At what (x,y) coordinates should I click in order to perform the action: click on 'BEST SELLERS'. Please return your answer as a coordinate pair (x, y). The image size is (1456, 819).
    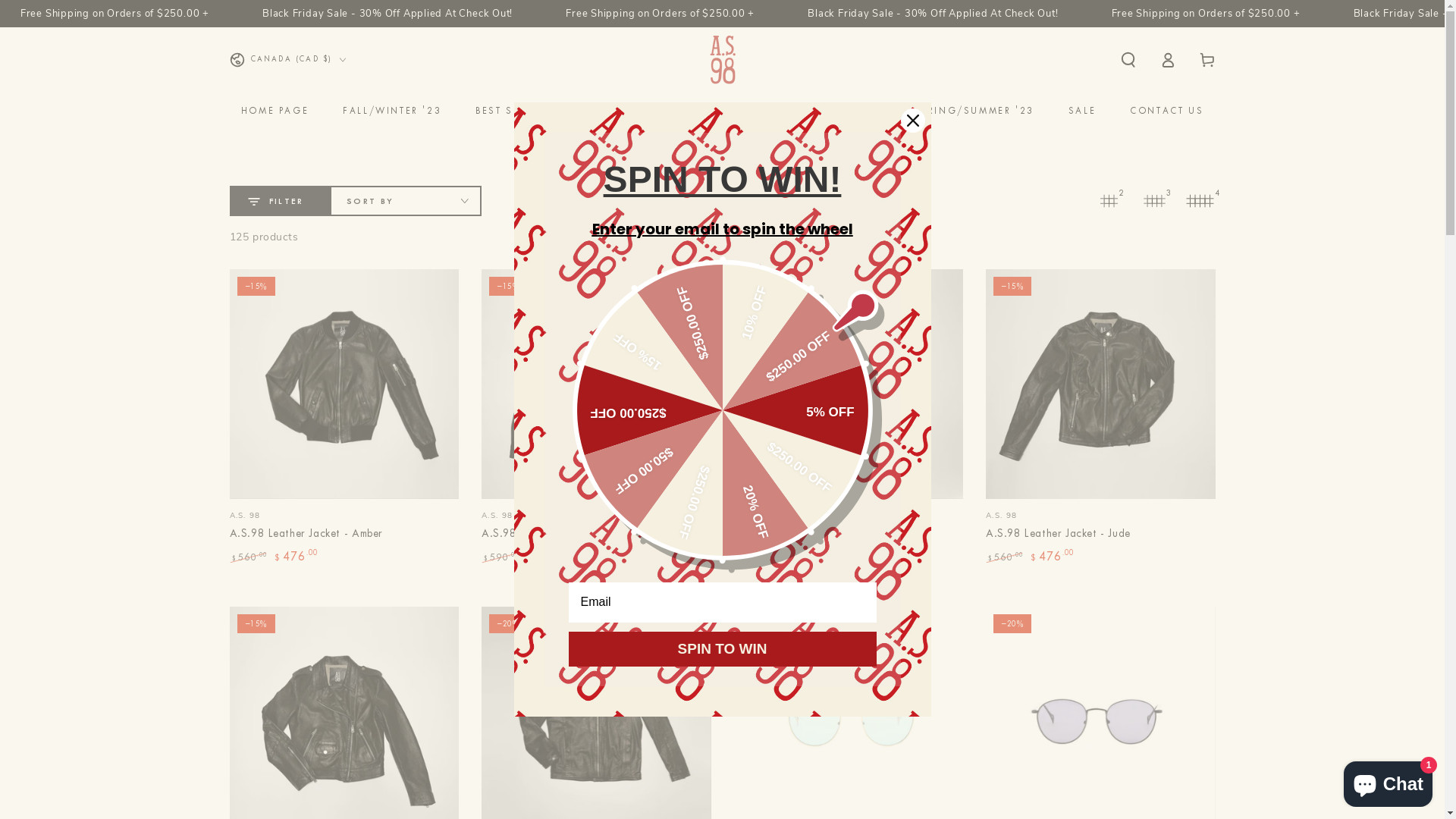
    Looking at the image, I should click on (513, 109).